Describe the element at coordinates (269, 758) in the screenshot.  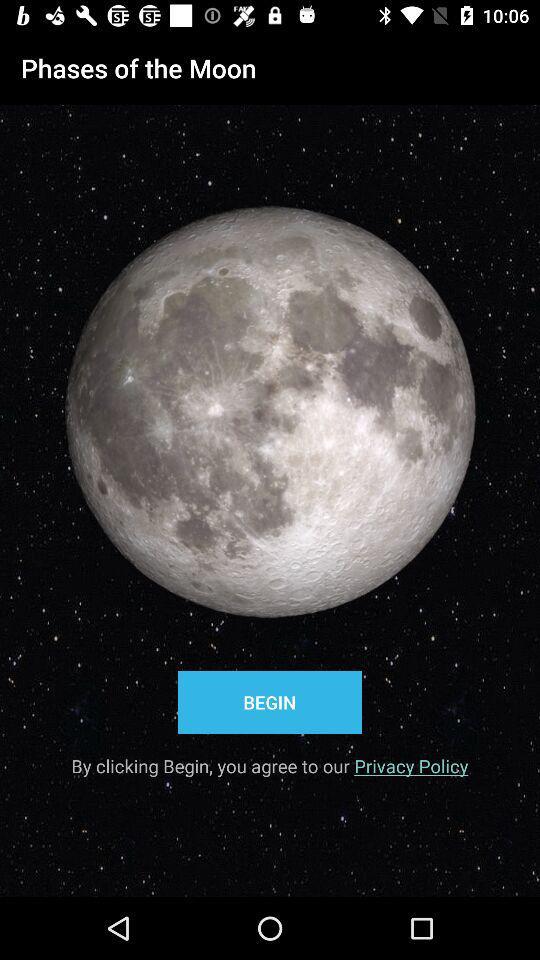
I see `by clicking begin item` at that location.